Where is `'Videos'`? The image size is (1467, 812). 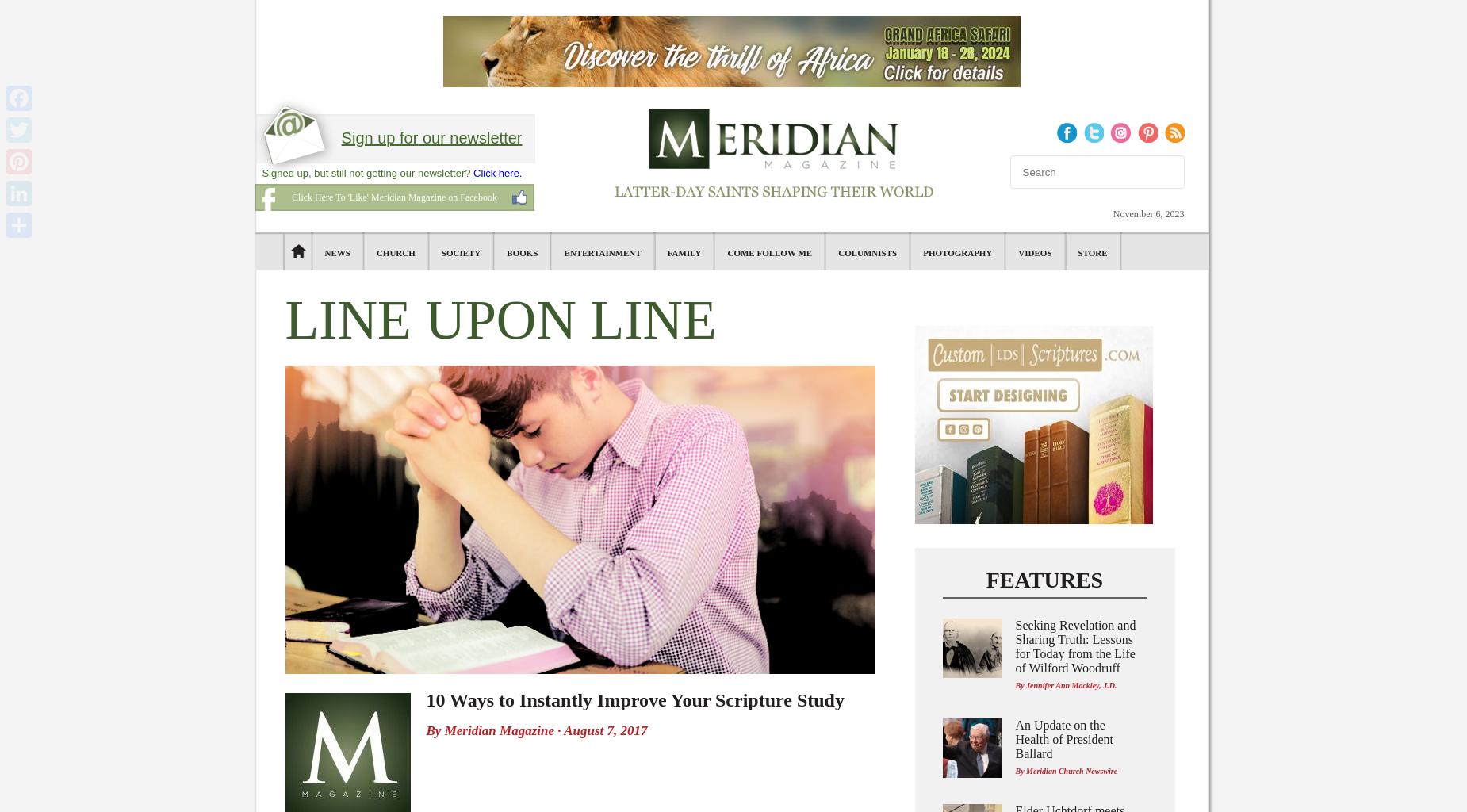 'Videos' is located at coordinates (1017, 251).